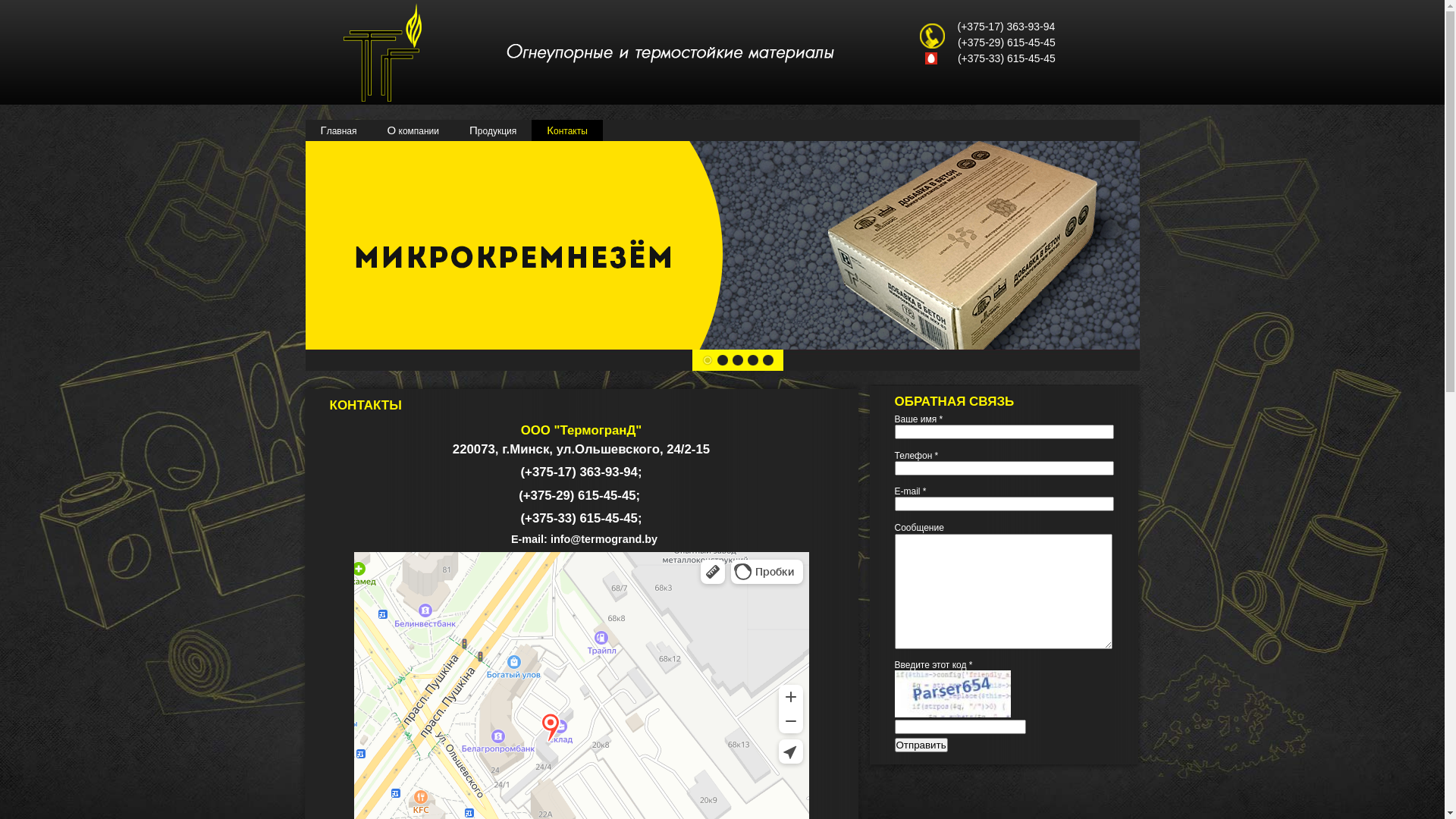 This screenshot has width=1456, height=819. Describe the element at coordinates (720, 359) in the screenshot. I see `'2'` at that location.